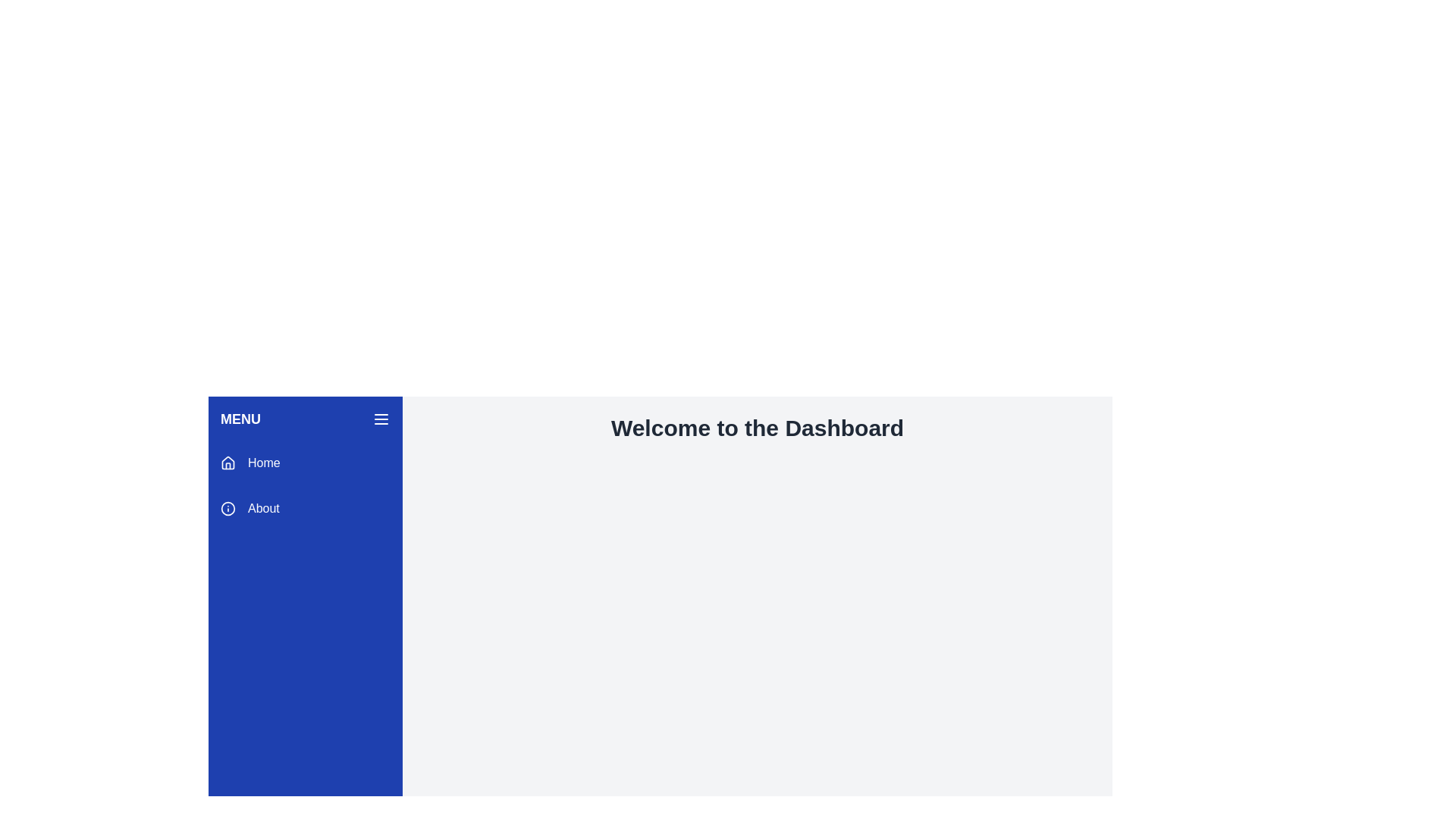  I want to click on decorative Icon element located in the sidebar menu, positioned below the 'Home' section and next to the 'About' text, so click(227, 509).